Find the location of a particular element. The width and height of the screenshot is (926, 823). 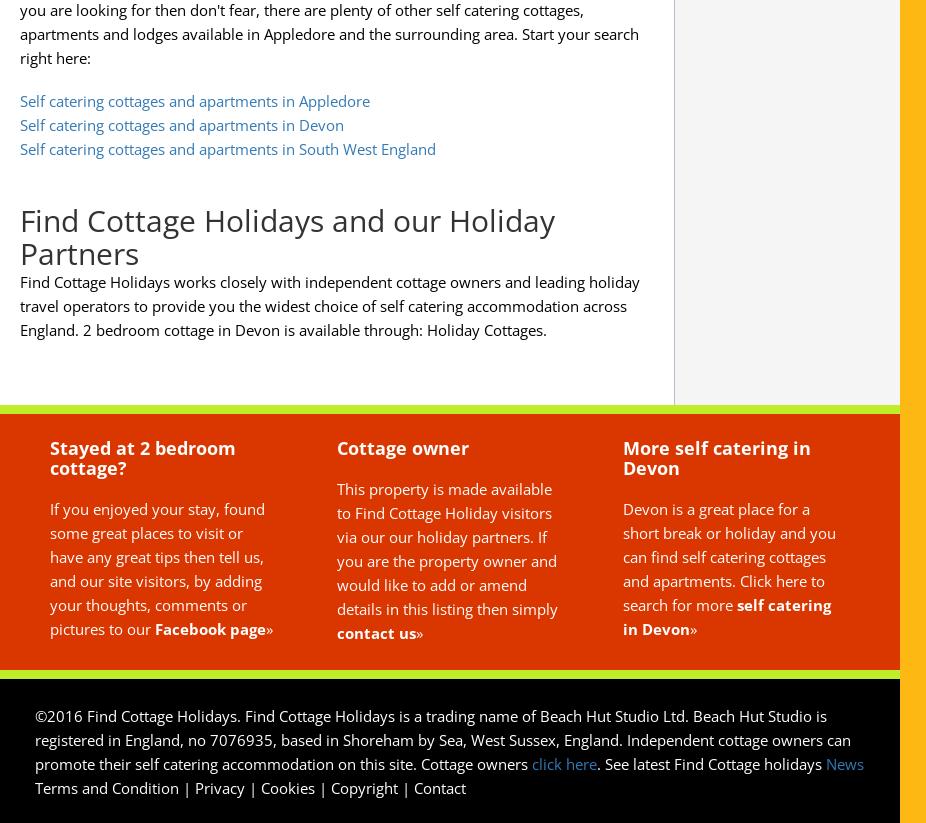

'News' is located at coordinates (844, 762).